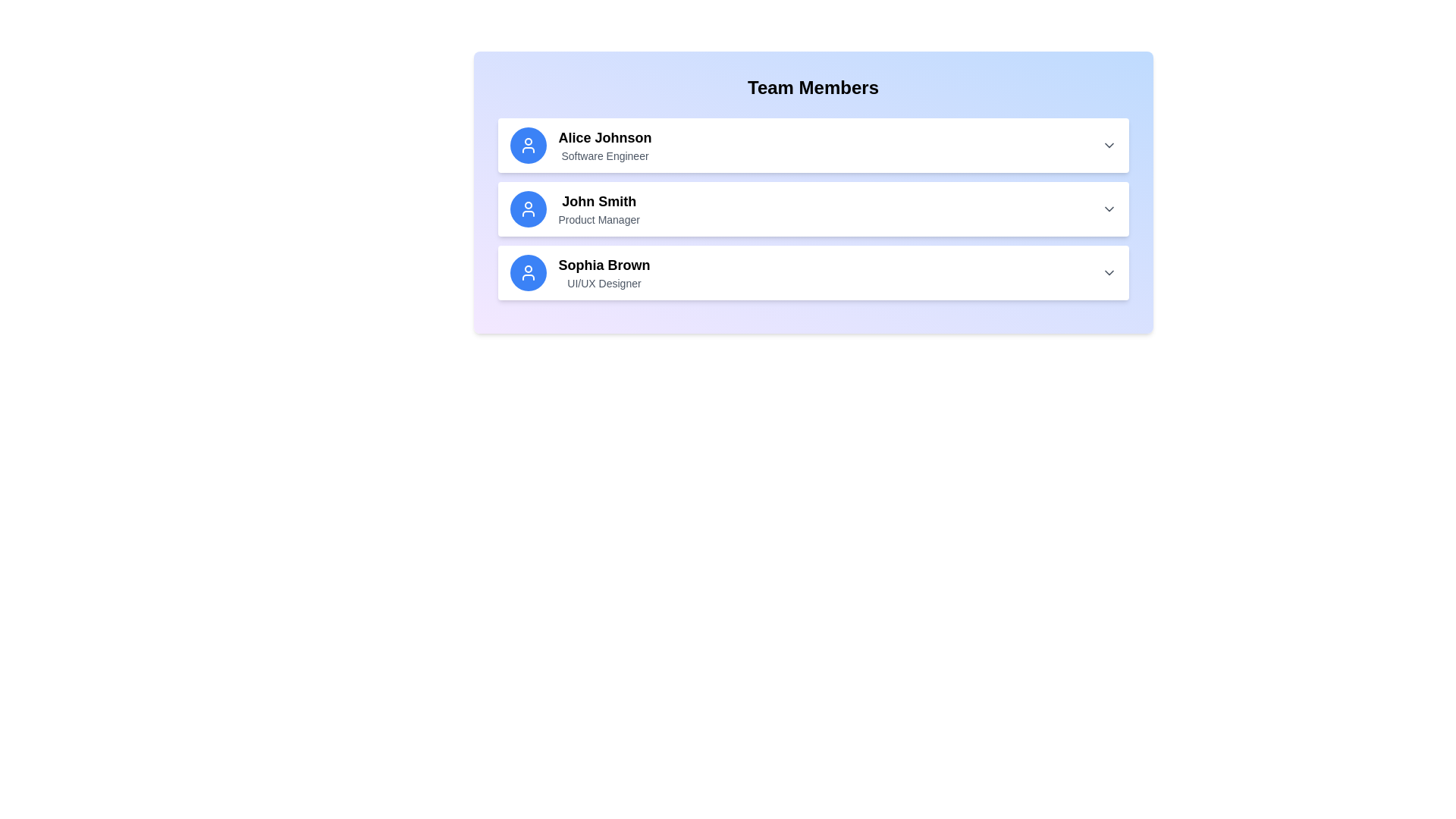  I want to click on the text label displaying the name of a team member, which is located in the second row of a vertically stacked list, centered horizontally and positioned above 'Product Manager', so click(598, 201).